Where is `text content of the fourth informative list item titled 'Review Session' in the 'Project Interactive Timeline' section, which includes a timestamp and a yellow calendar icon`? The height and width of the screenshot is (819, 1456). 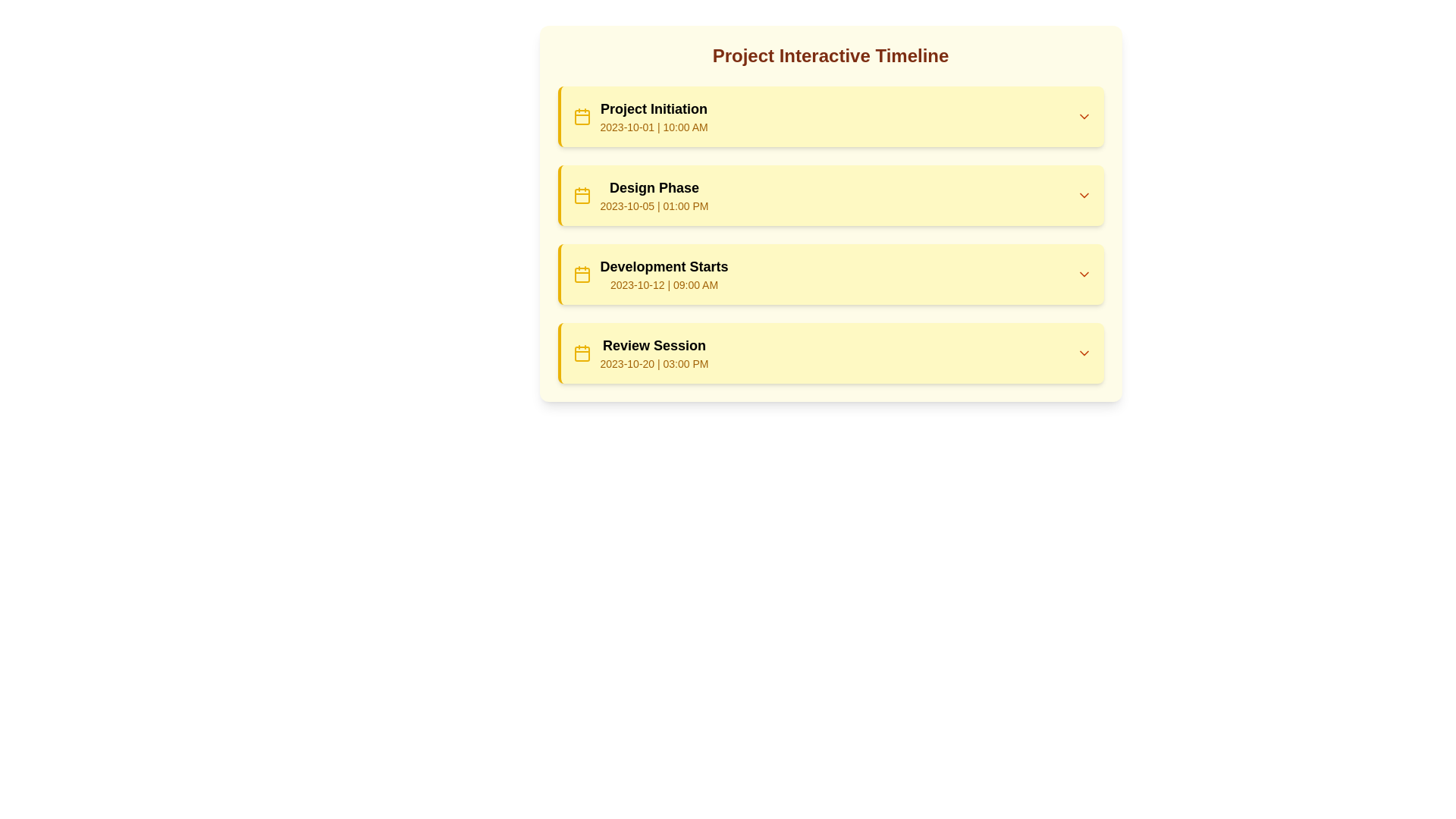
text content of the fourth informative list item titled 'Review Session' in the 'Project Interactive Timeline' section, which includes a timestamp and a yellow calendar icon is located at coordinates (640, 353).